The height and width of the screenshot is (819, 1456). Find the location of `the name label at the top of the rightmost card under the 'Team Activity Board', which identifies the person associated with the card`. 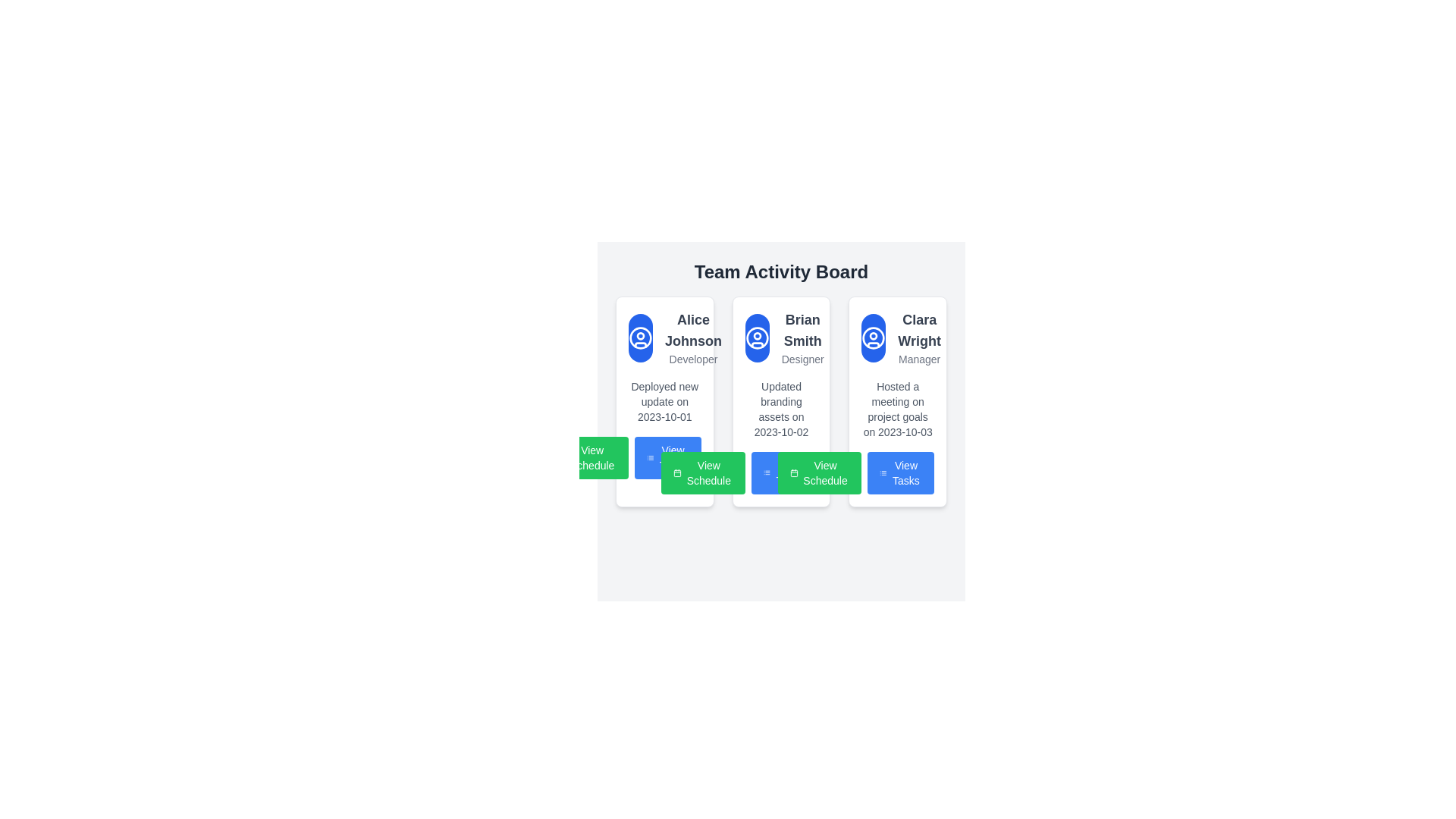

the name label at the top of the rightmost card under the 'Team Activity Board', which identifies the person associated with the card is located at coordinates (918, 329).